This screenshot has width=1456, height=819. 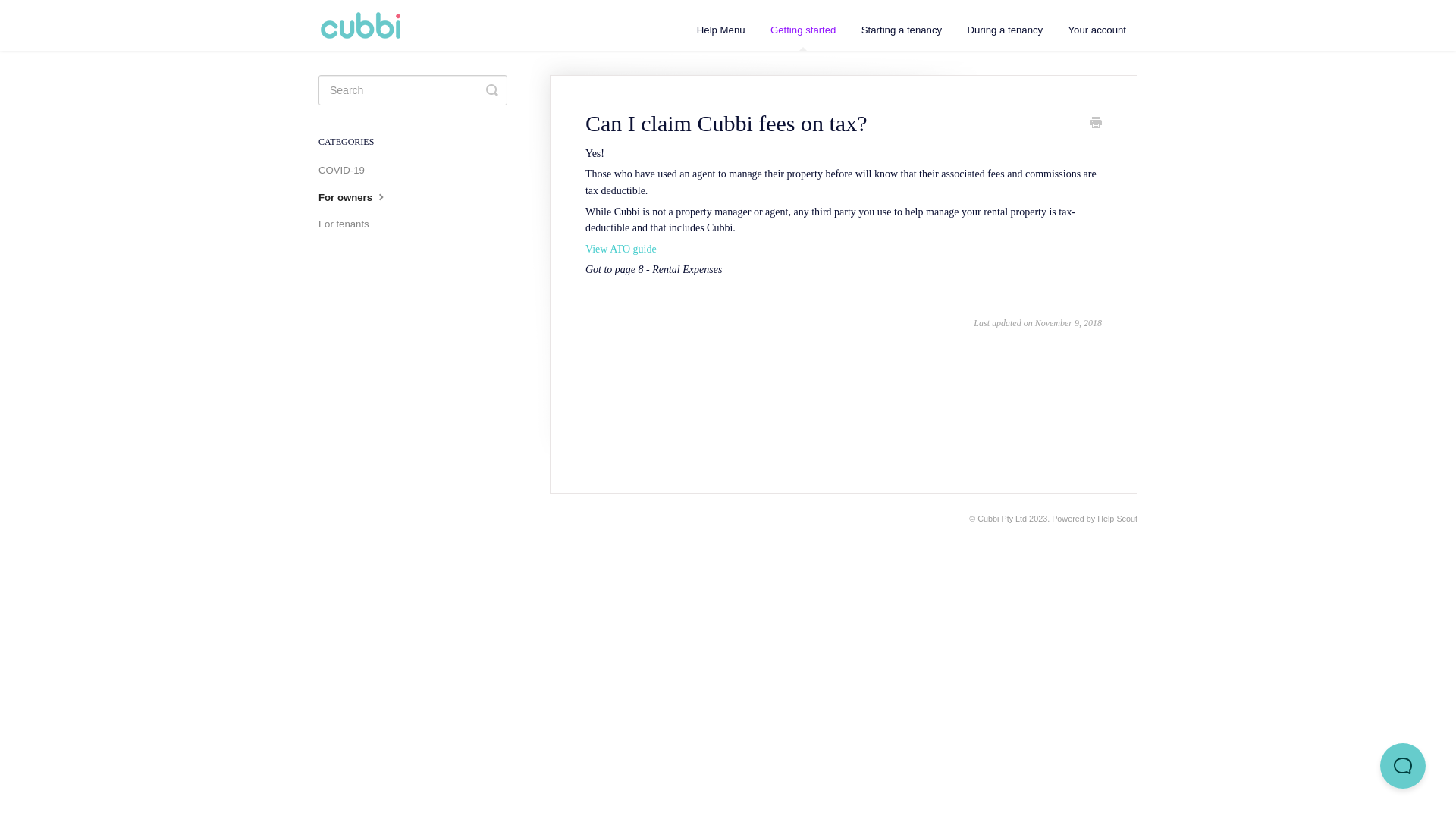 What do you see at coordinates (1117, 517) in the screenshot?
I see `'Help Scout'` at bounding box center [1117, 517].